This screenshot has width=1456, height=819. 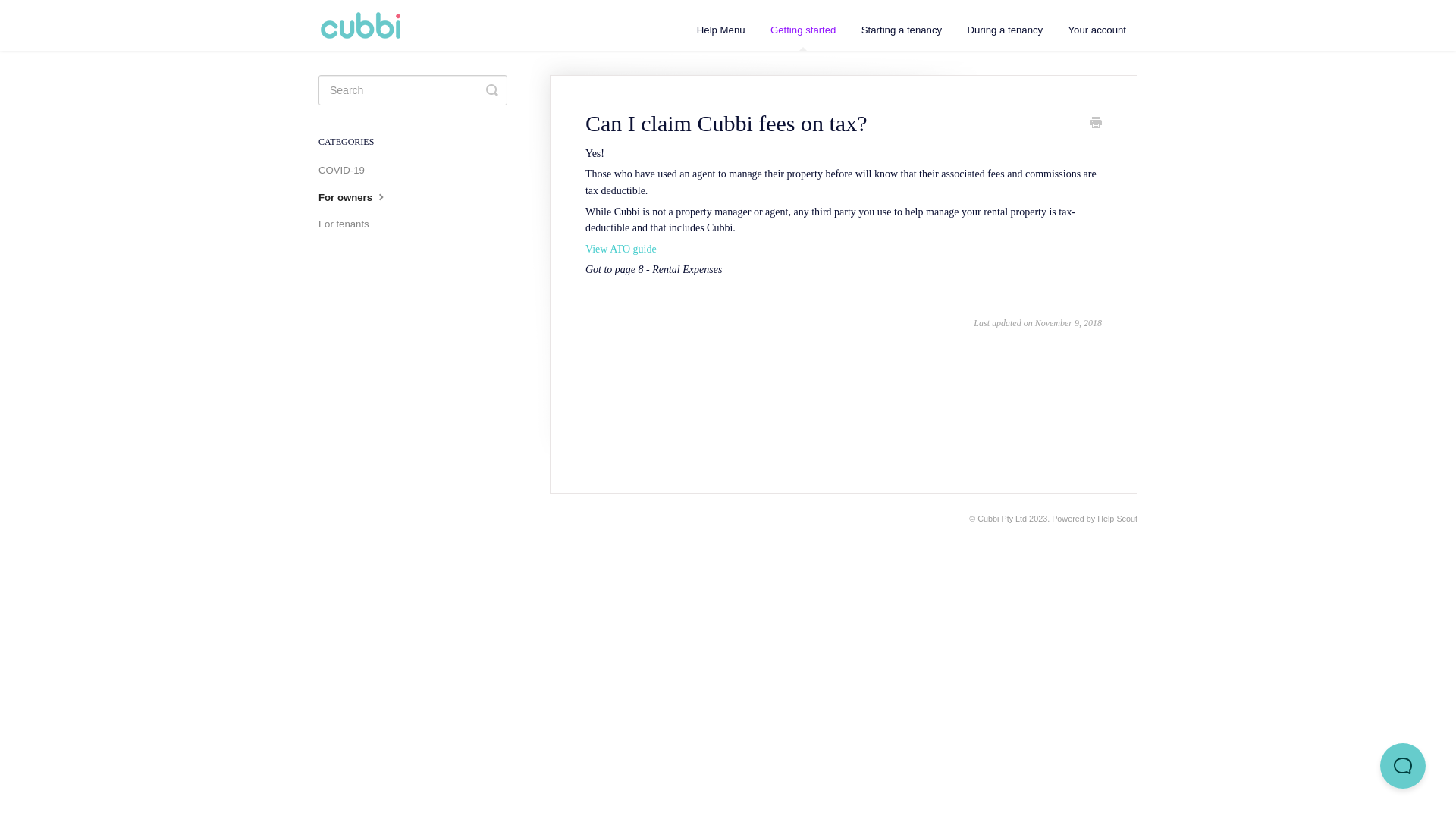 What do you see at coordinates (1117, 517) in the screenshot?
I see `'Help Scout'` at bounding box center [1117, 517].